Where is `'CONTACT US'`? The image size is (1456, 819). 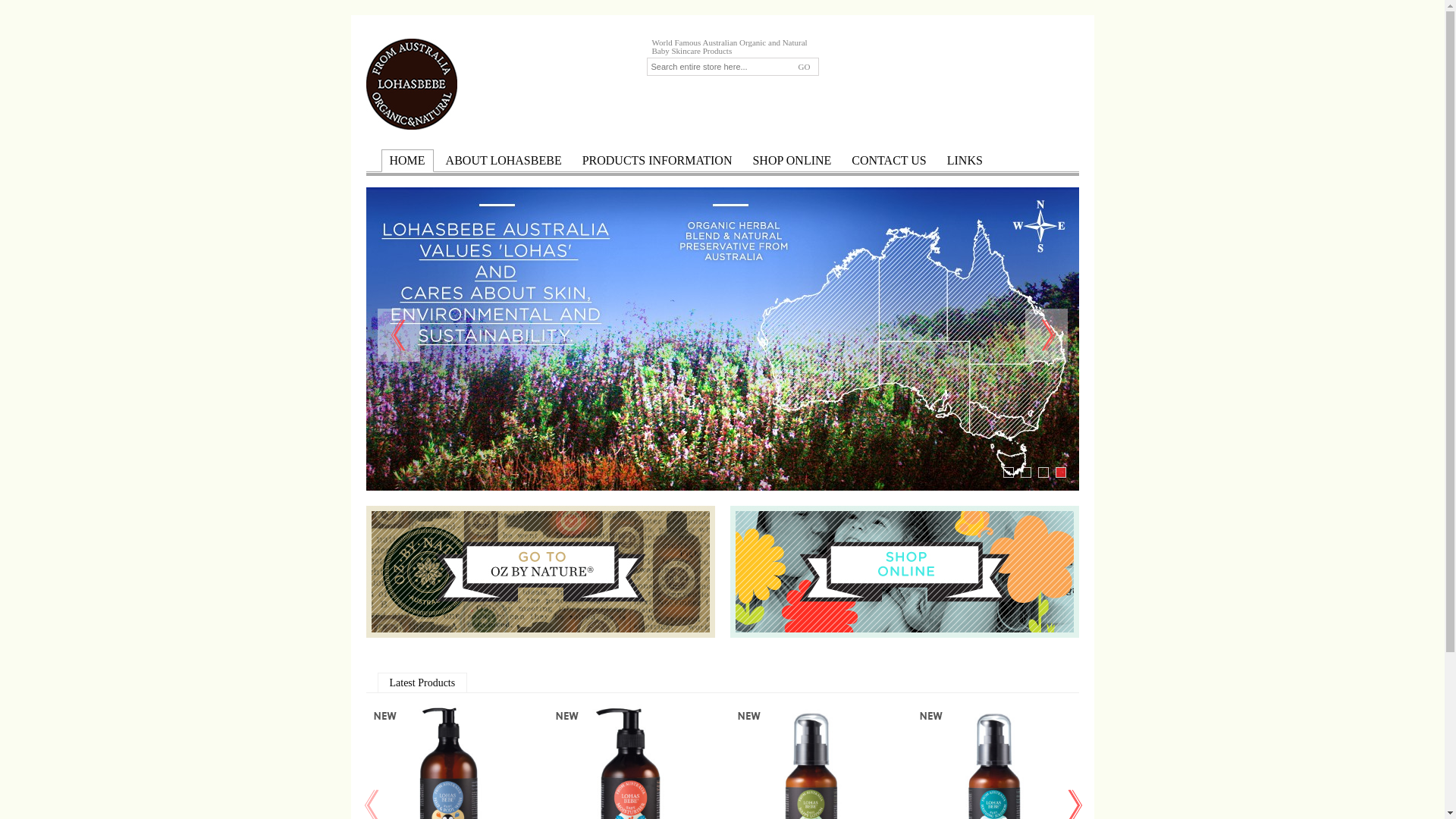
'CONTACT US' is located at coordinates (888, 160).